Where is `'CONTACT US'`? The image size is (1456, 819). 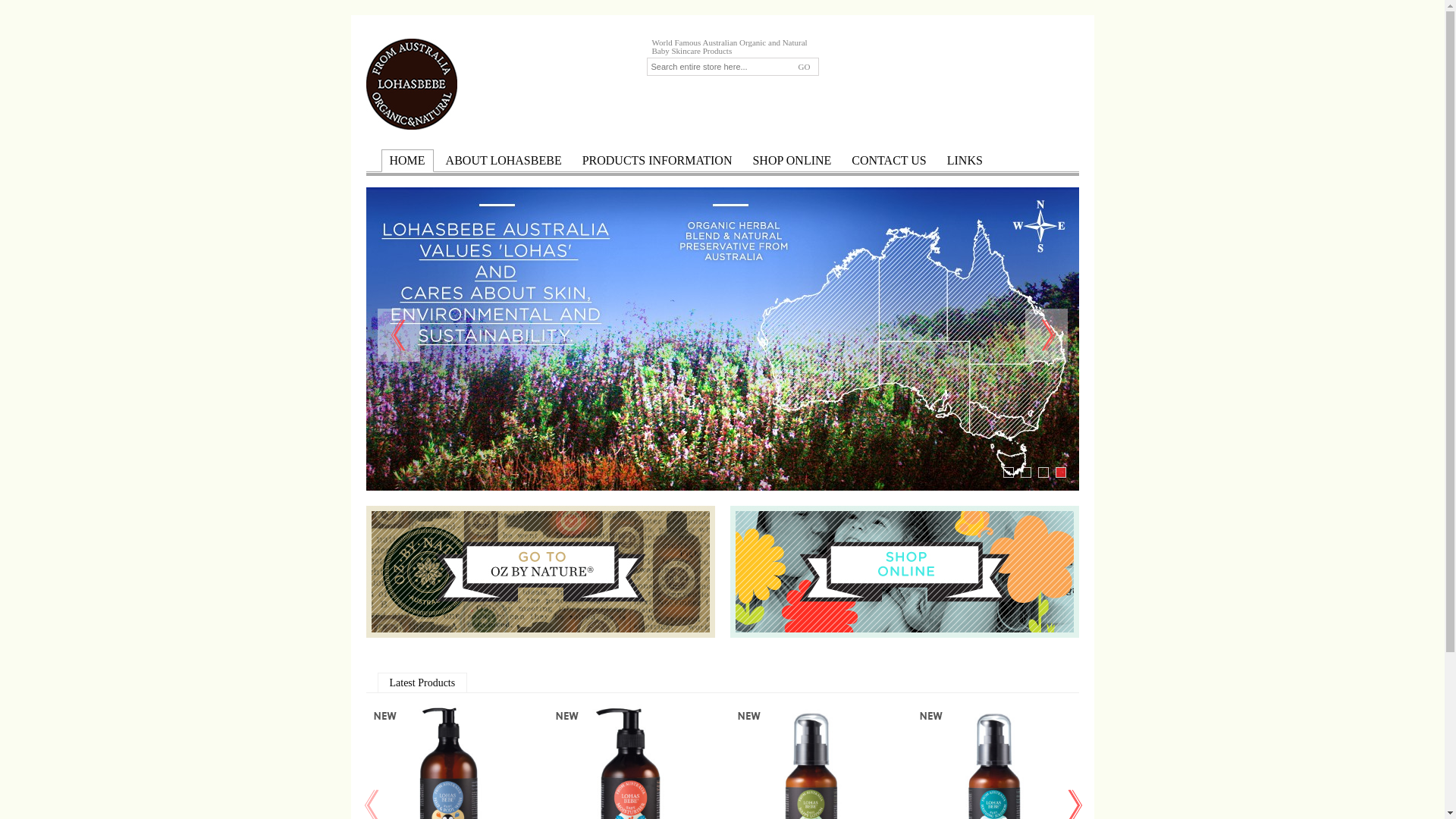
'CONTACT US' is located at coordinates (888, 160).